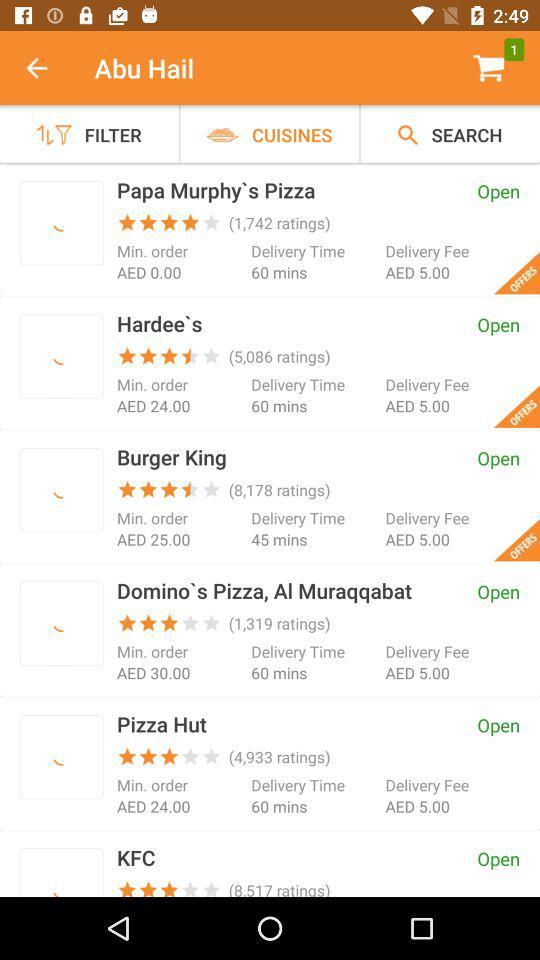 The height and width of the screenshot is (960, 540). Describe the element at coordinates (61, 489) in the screenshot. I see `order here` at that location.